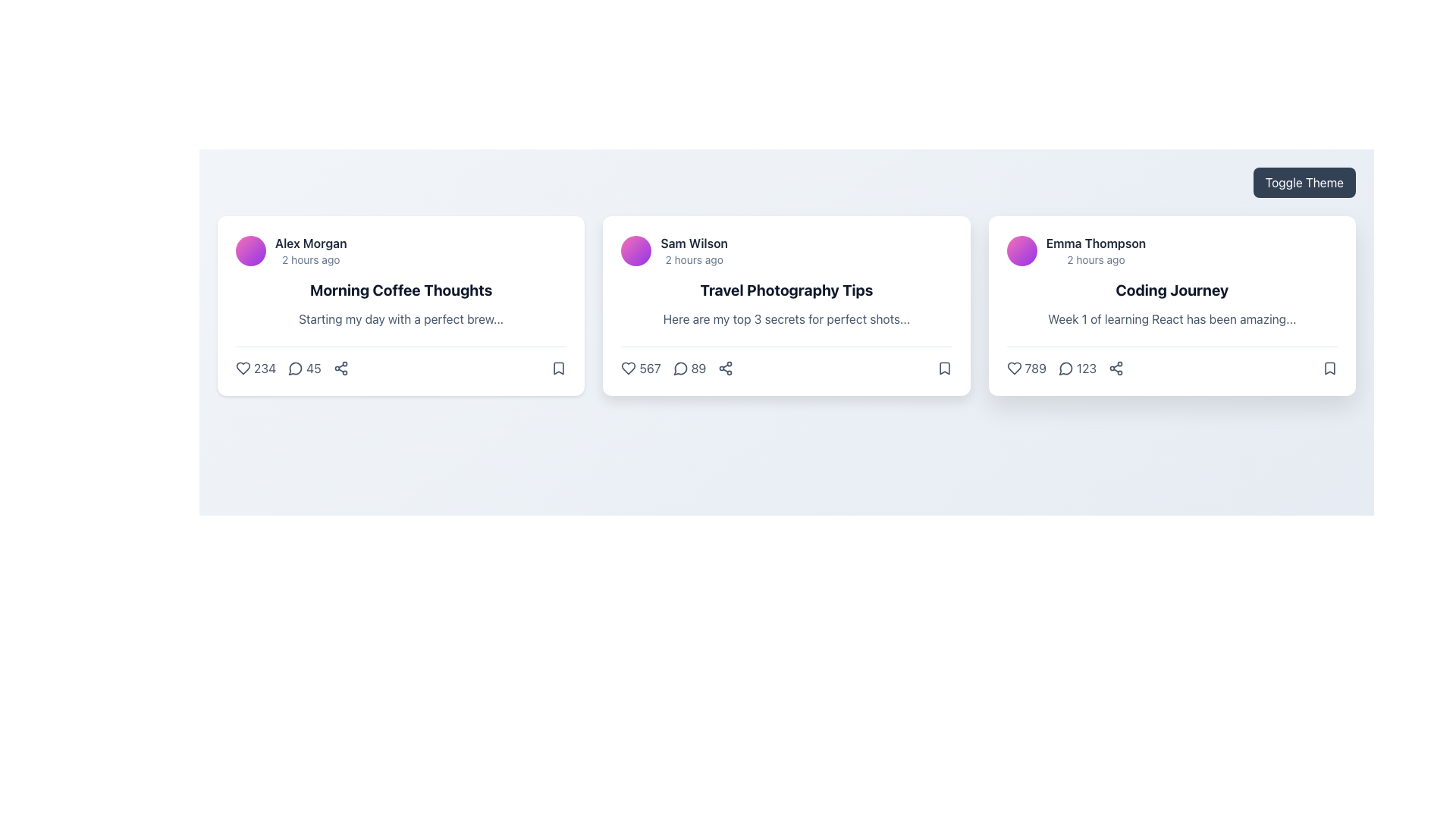 Image resolution: width=1456 pixels, height=819 pixels. What do you see at coordinates (340, 369) in the screenshot?
I see `the share icon, which is styled with rounded edges and depicts three interconnected circles, located in the bottom-right corner of the leftmost content card` at bounding box center [340, 369].